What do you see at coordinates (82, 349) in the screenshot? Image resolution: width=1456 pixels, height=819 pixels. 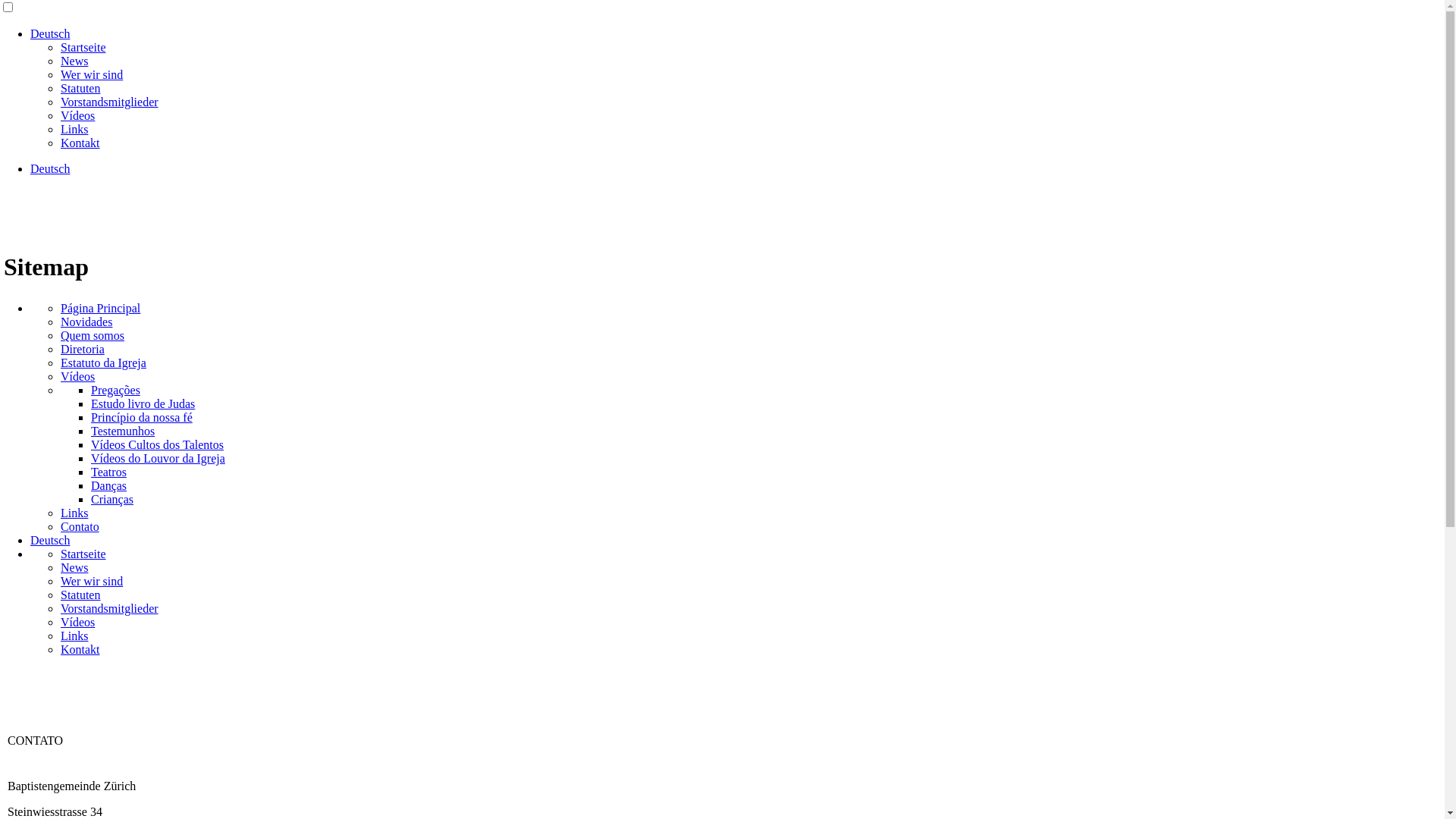 I see `'Diretoria'` at bounding box center [82, 349].